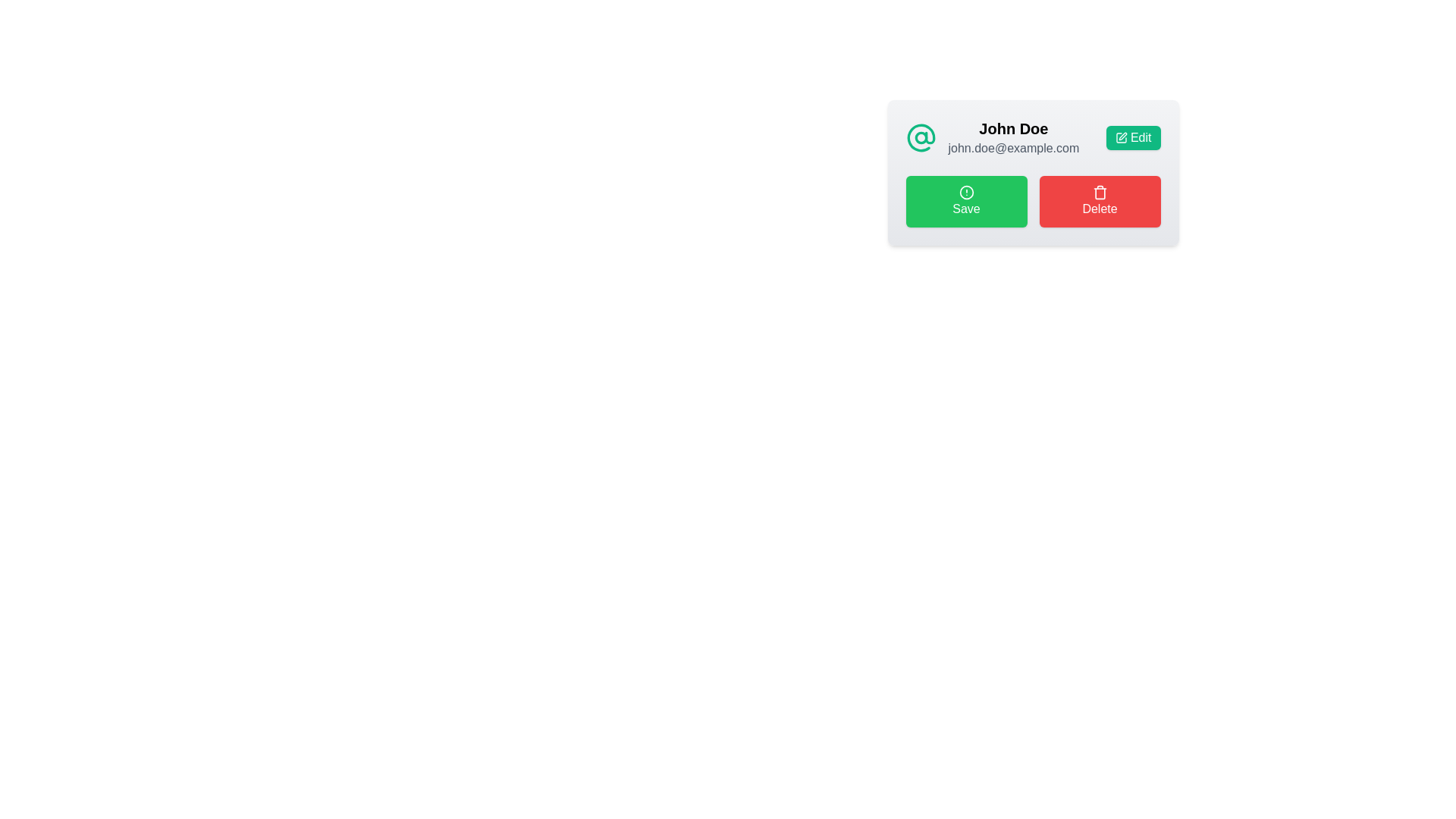 Image resolution: width=1456 pixels, height=819 pixels. What do you see at coordinates (965, 192) in the screenshot?
I see `the alert icon located centrally within the 'Save' button, which is positioned in the lower-left part of the user card component in the upper-right region of the interface` at bounding box center [965, 192].